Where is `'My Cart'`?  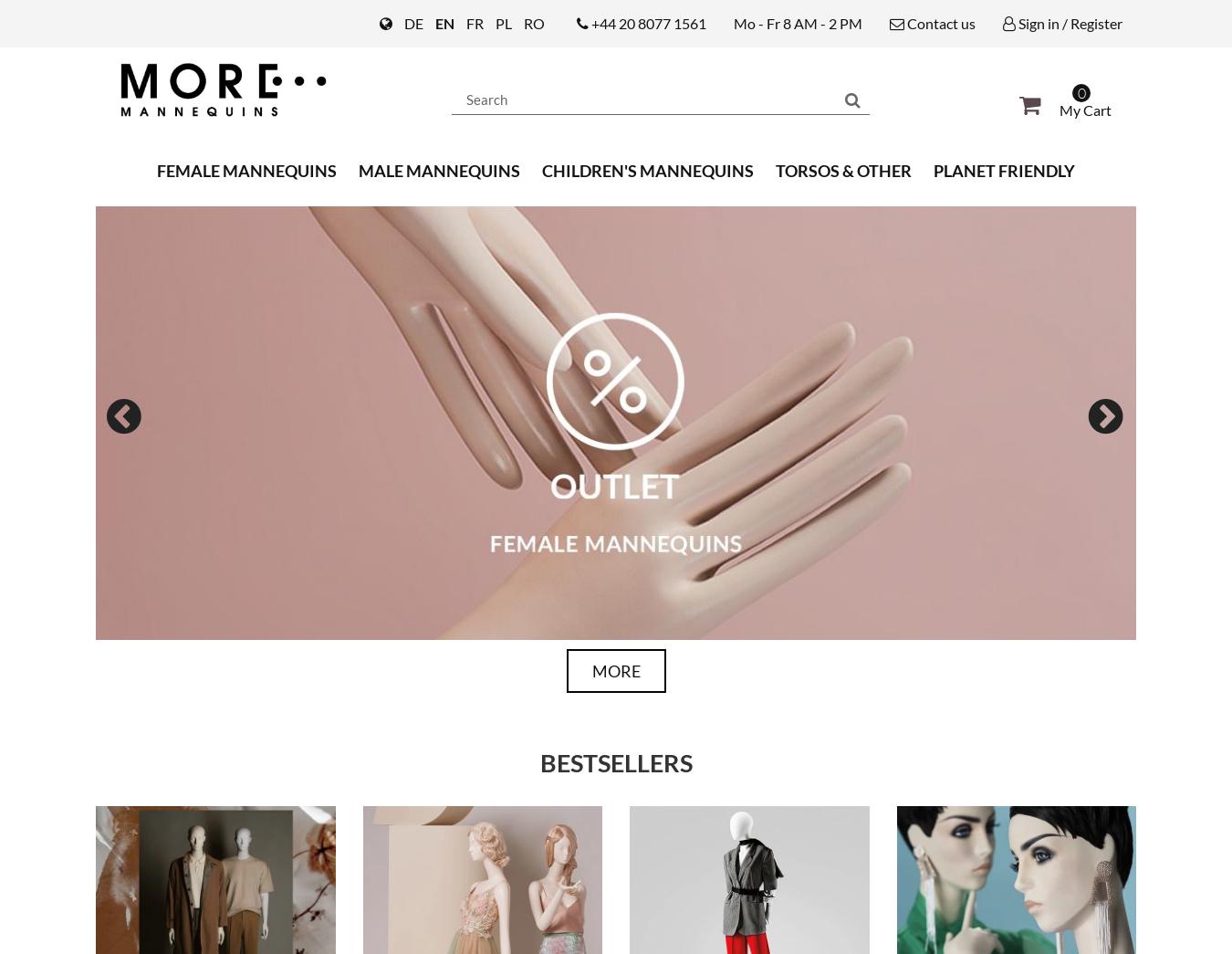 'My Cart' is located at coordinates (1083, 108).